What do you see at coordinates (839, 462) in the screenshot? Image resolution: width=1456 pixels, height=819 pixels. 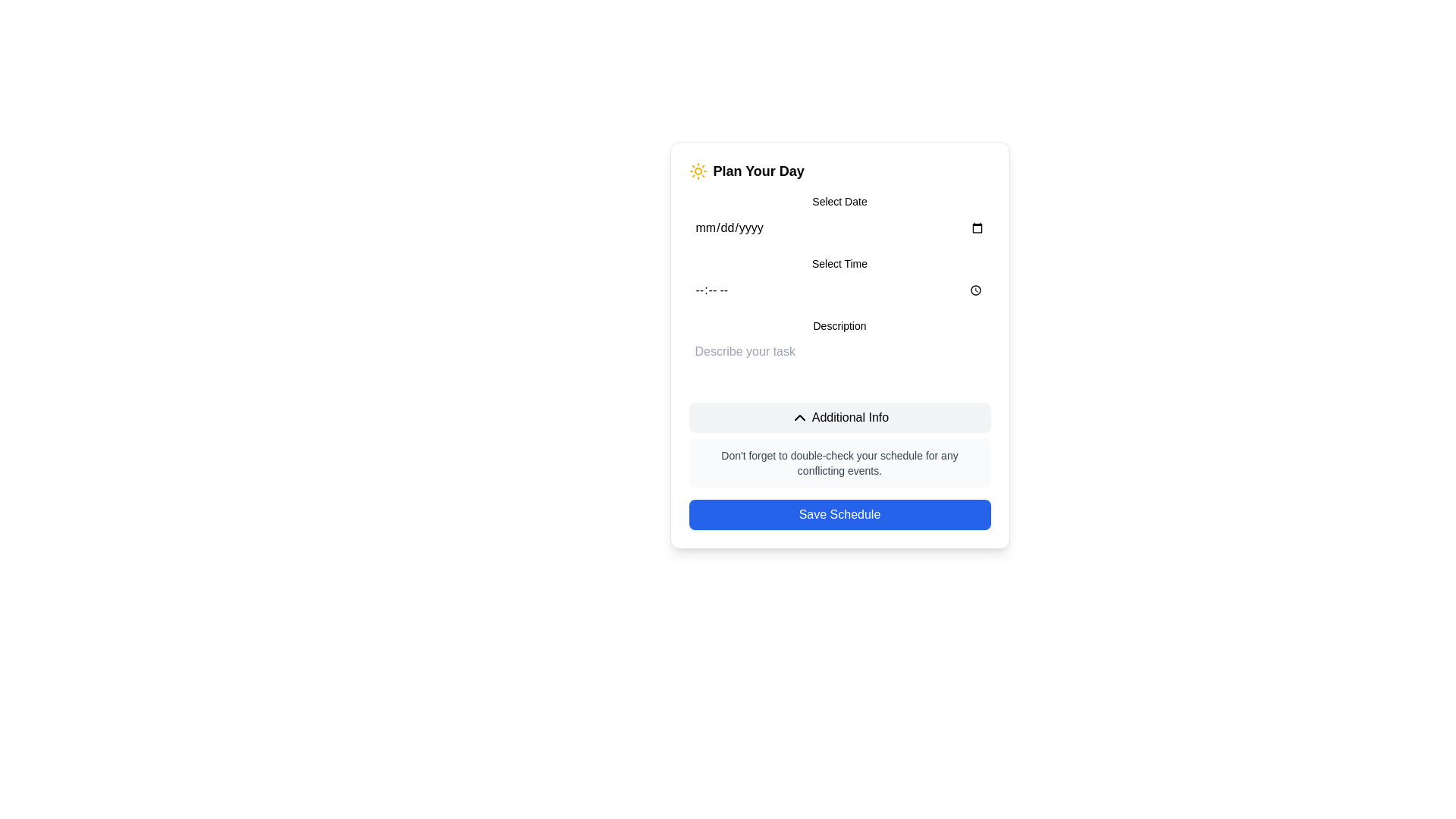 I see `the text block with a light-gray background that contains the message 'Don't forget to double-check your schedule for any conflicting events.' positioned below the 'Additional Info' button and above the blue 'Save Schedule' button` at bounding box center [839, 462].